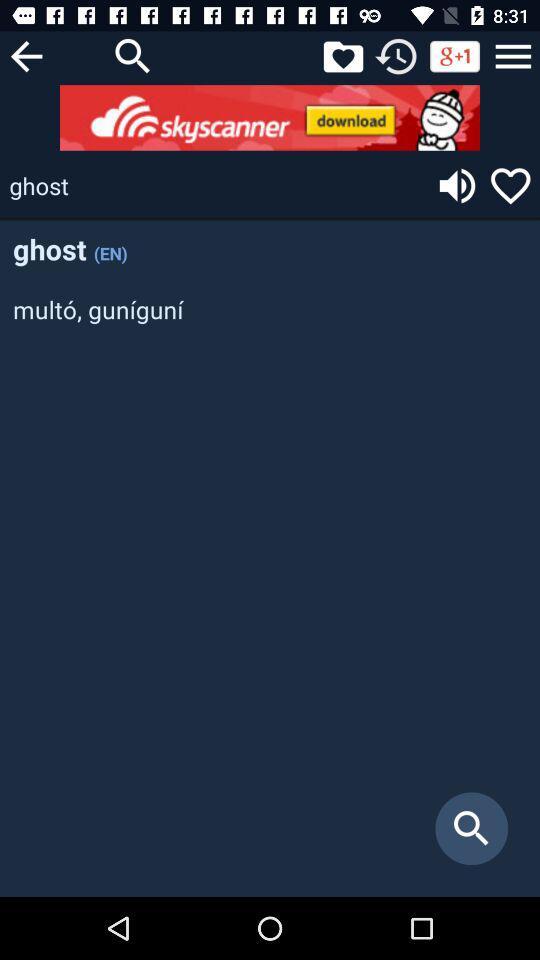  What do you see at coordinates (457, 185) in the screenshot?
I see `pronunciation` at bounding box center [457, 185].